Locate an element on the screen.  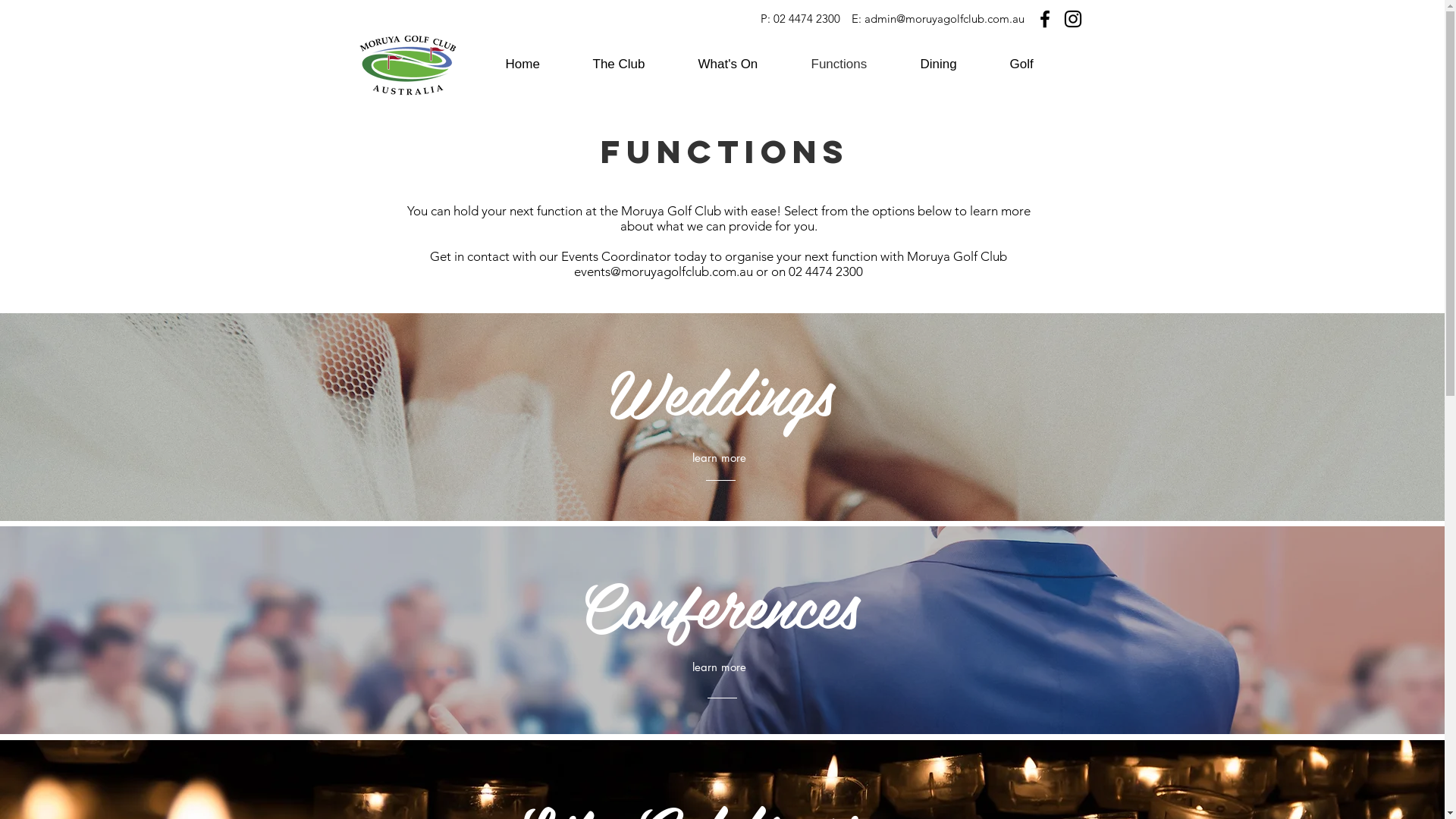
'The Club' is located at coordinates (580, 63).